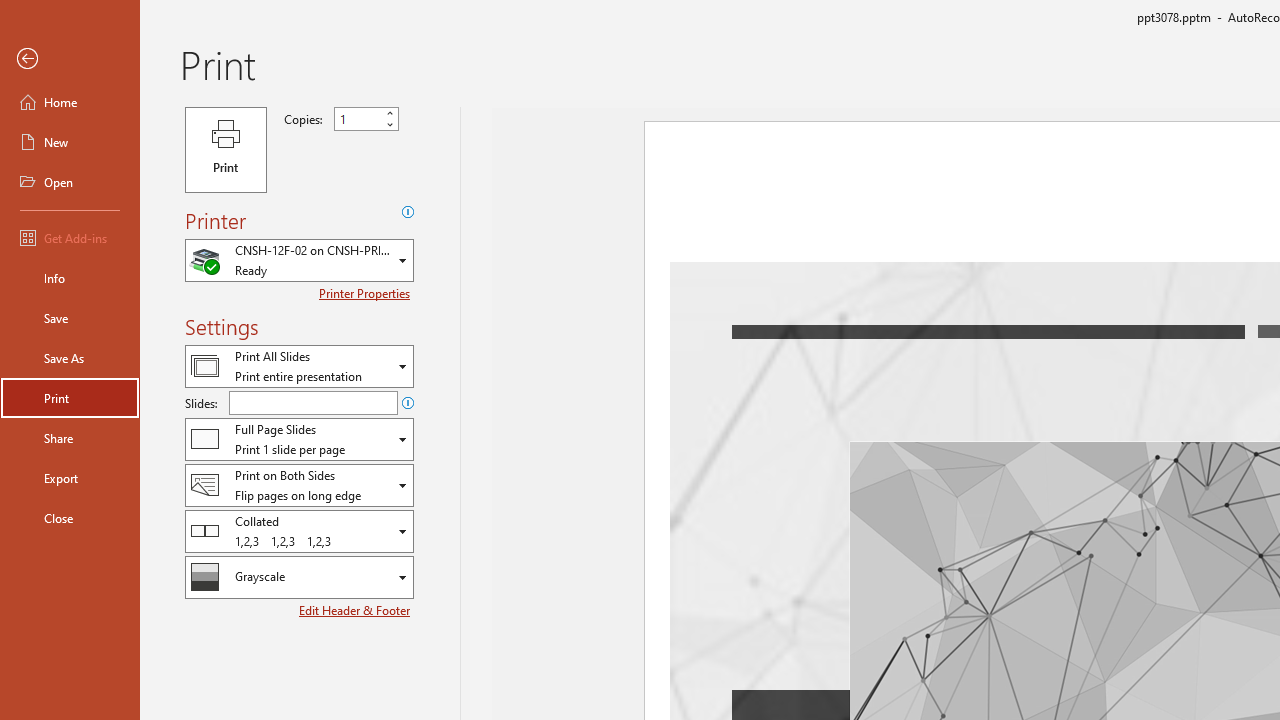  What do you see at coordinates (298, 366) in the screenshot?
I see `'Print What'` at bounding box center [298, 366].